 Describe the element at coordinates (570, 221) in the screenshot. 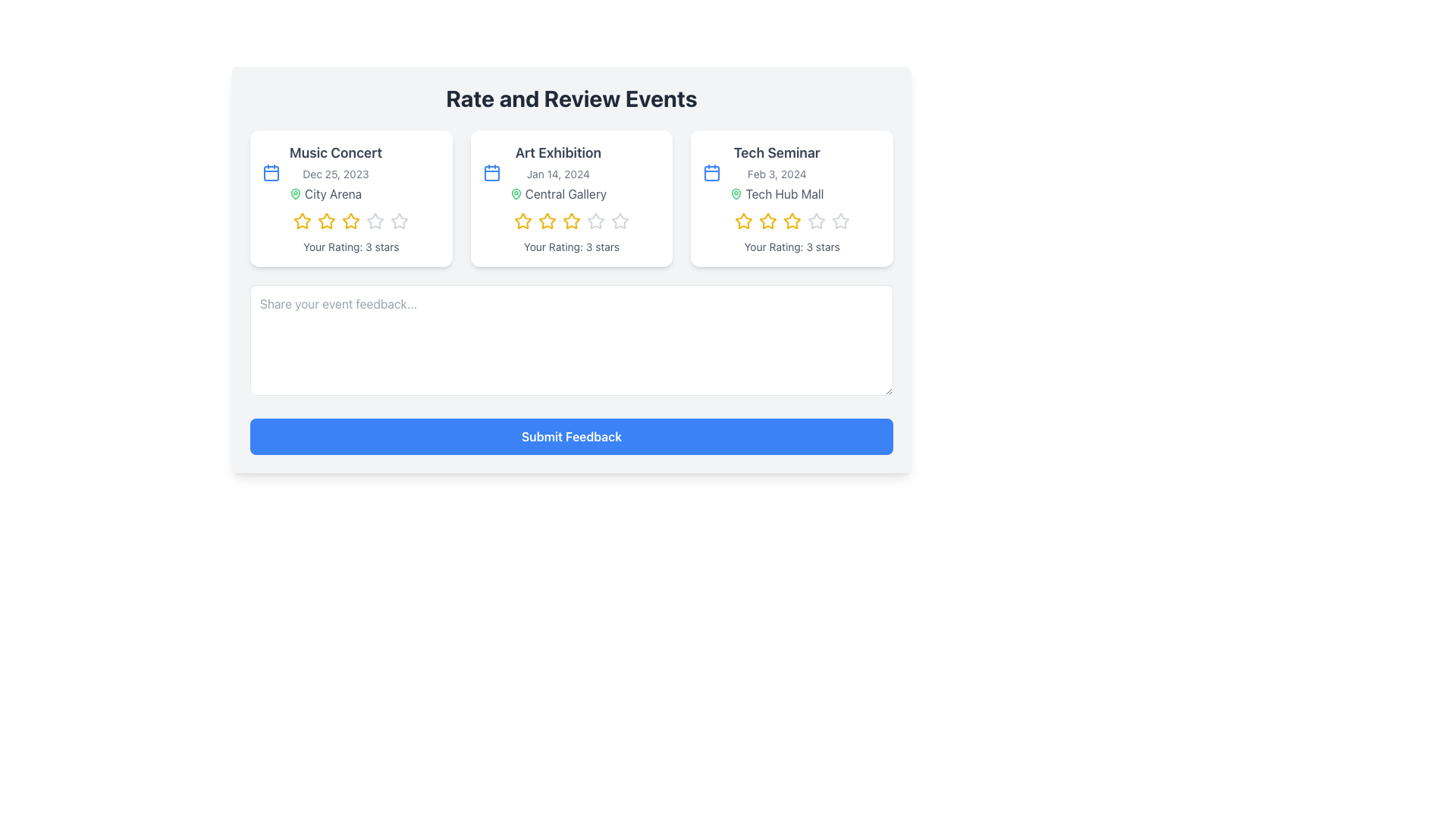

I see `the third star icon in the rating component under 'Your Rating: 3 stars'` at that location.